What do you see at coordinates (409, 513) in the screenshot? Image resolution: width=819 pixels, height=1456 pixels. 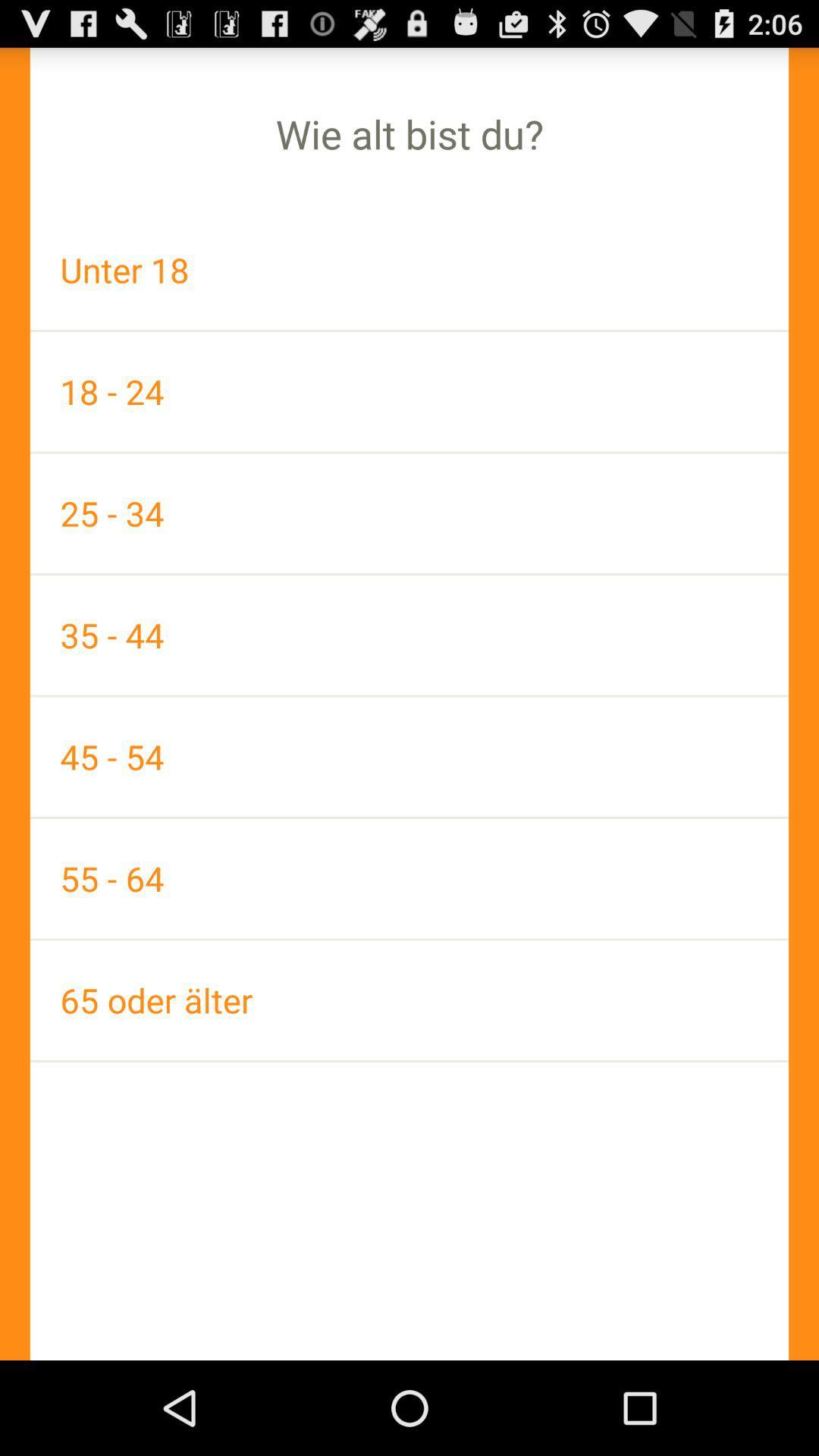 I see `item above 35 - 44 icon` at bounding box center [409, 513].